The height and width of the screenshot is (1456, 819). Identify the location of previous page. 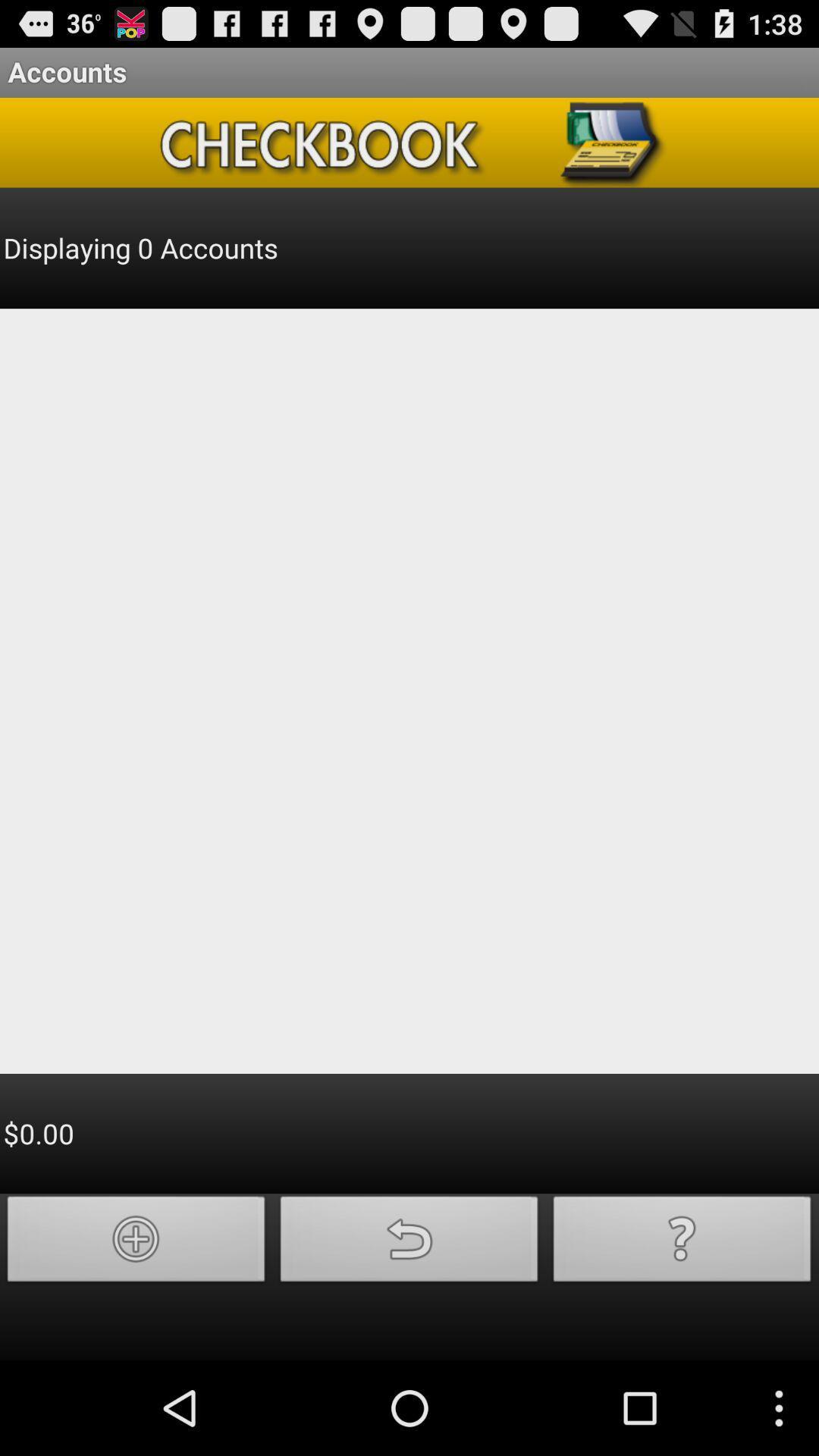
(409, 1243).